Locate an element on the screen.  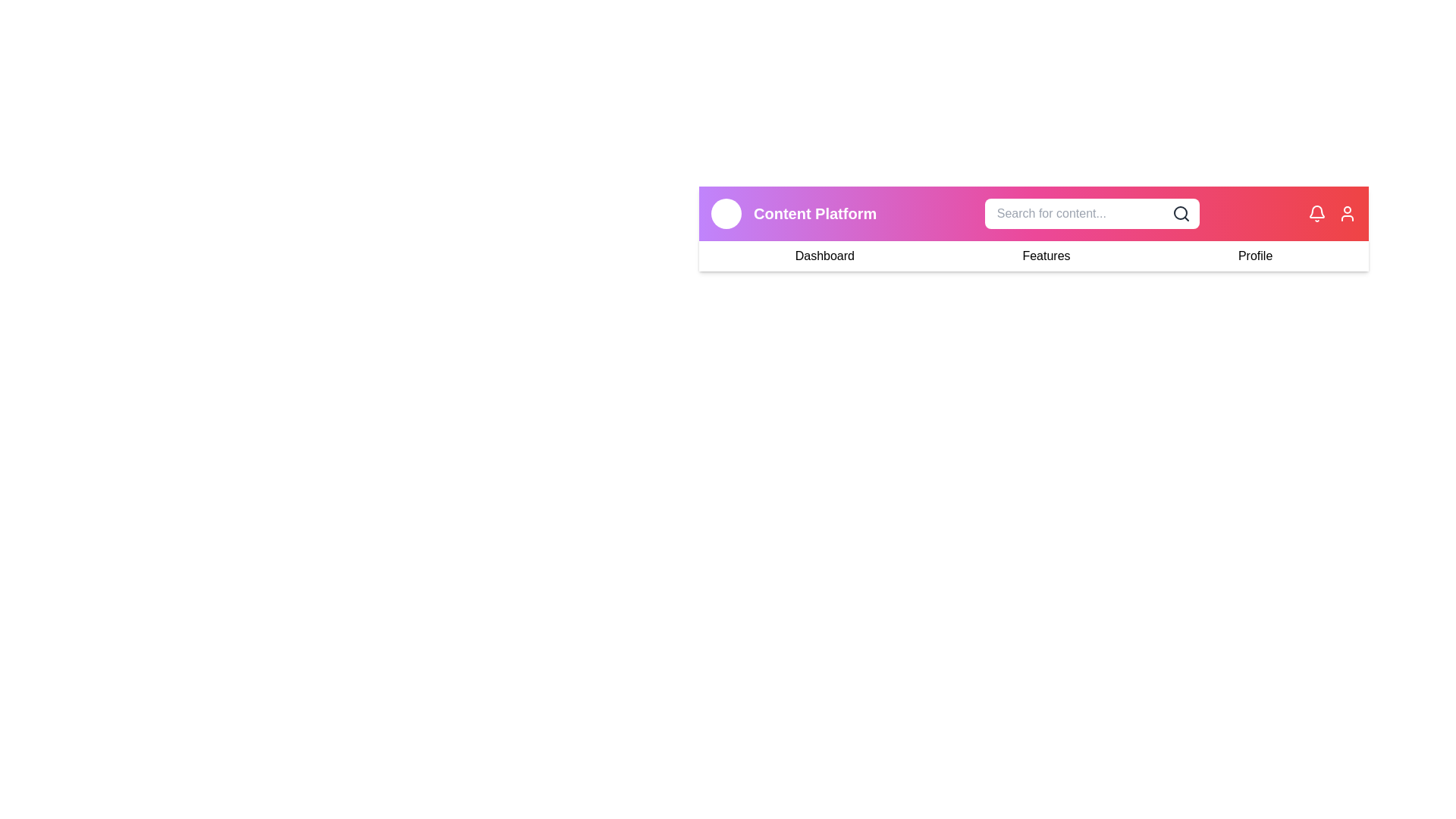
the notification icon in the app bar is located at coordinates (1316, 213).